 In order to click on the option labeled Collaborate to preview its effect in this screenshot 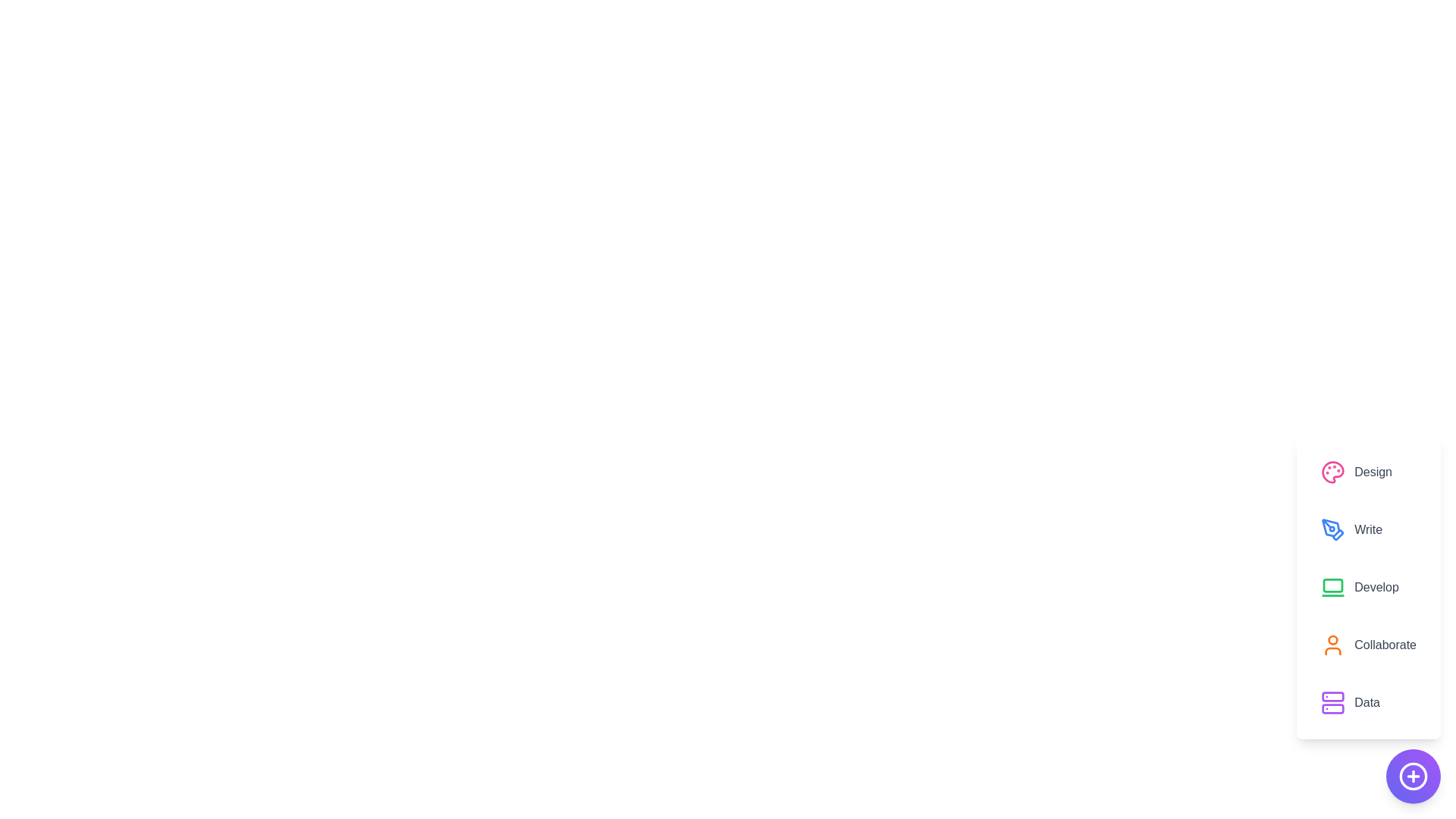, I will do `click(1368, 645)`.